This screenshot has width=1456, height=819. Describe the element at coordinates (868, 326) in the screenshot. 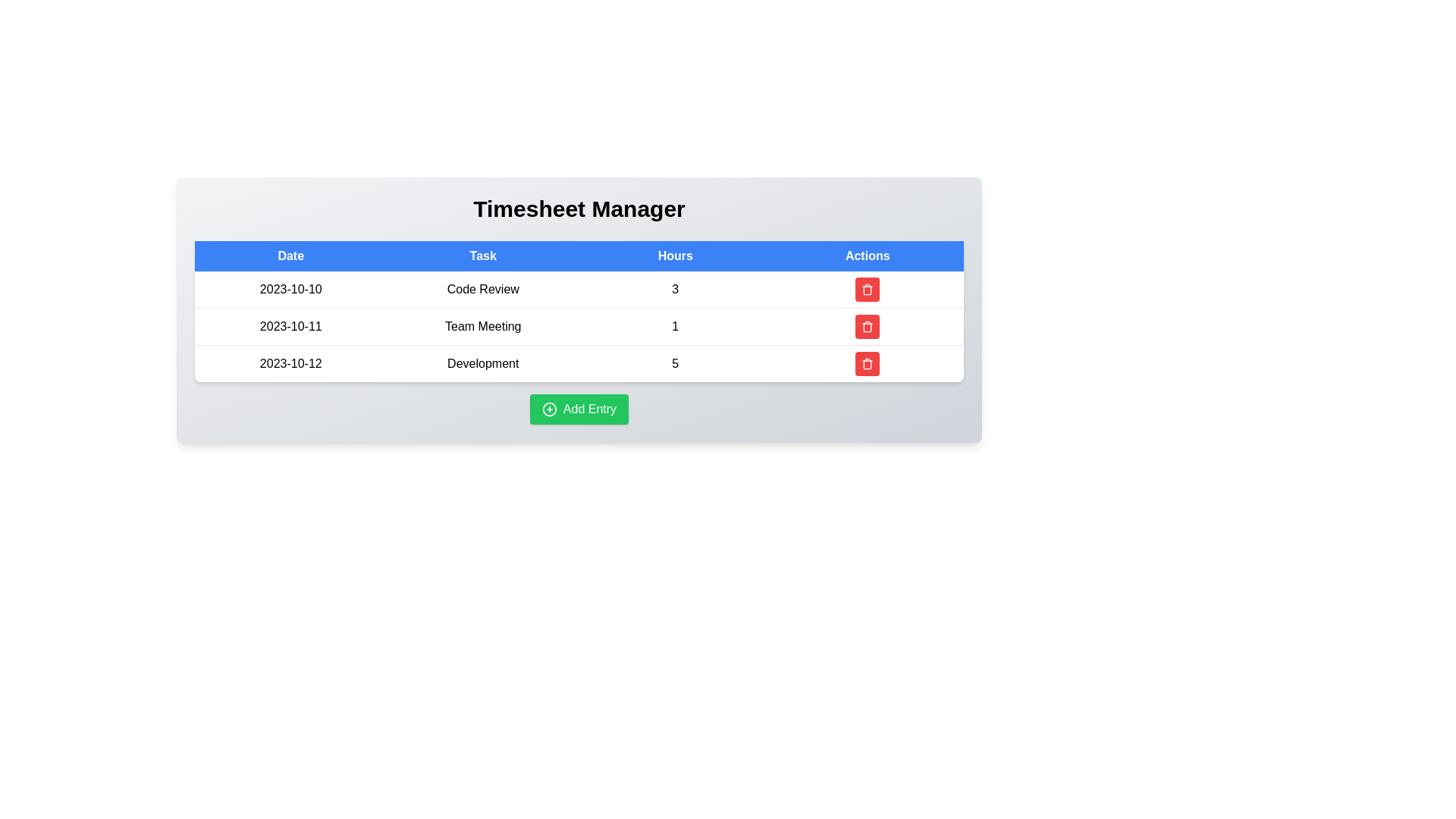

I see `the delete icon button in the 'Actions' column corresponding to the entry dated '2023-10-10'` at that location.